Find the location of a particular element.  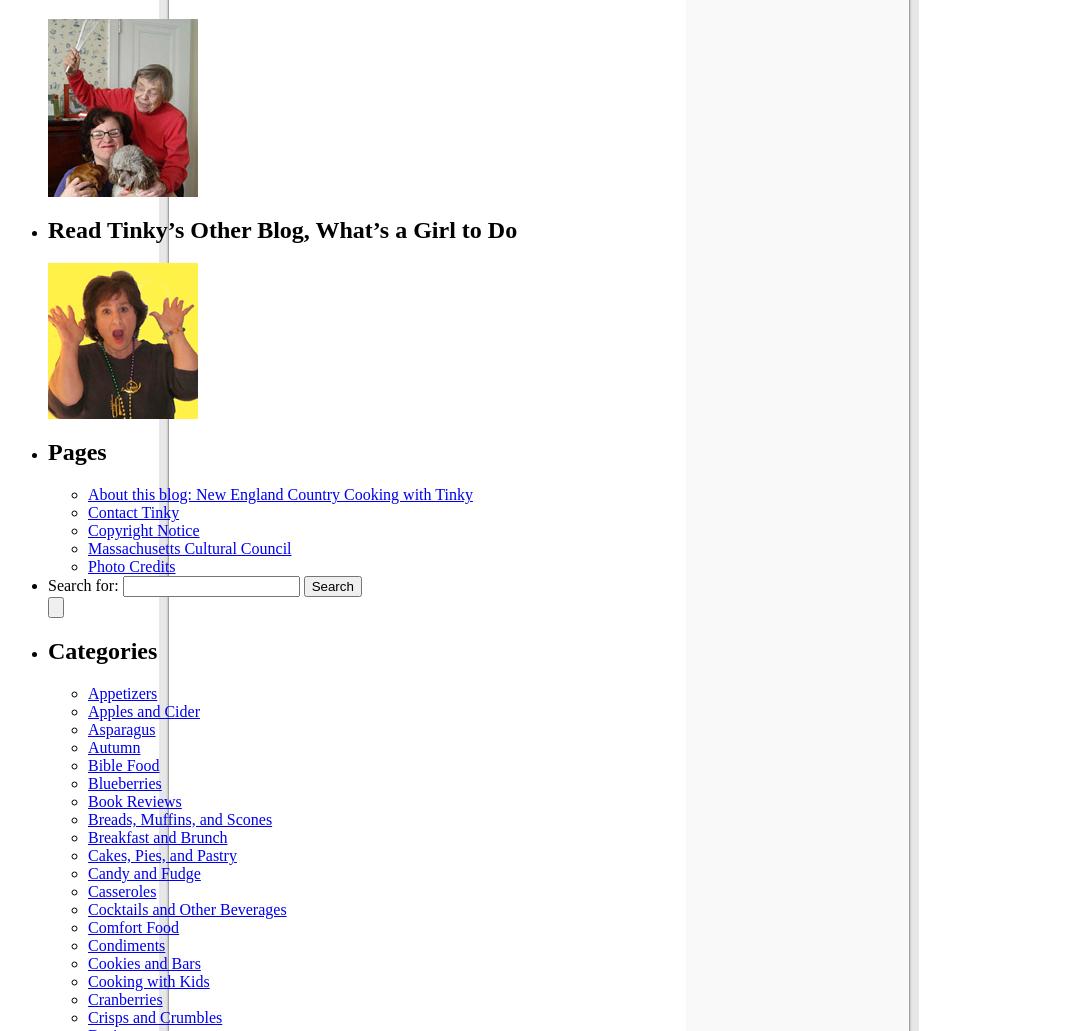

'Bible Food' is located at coordinates (122, 764).